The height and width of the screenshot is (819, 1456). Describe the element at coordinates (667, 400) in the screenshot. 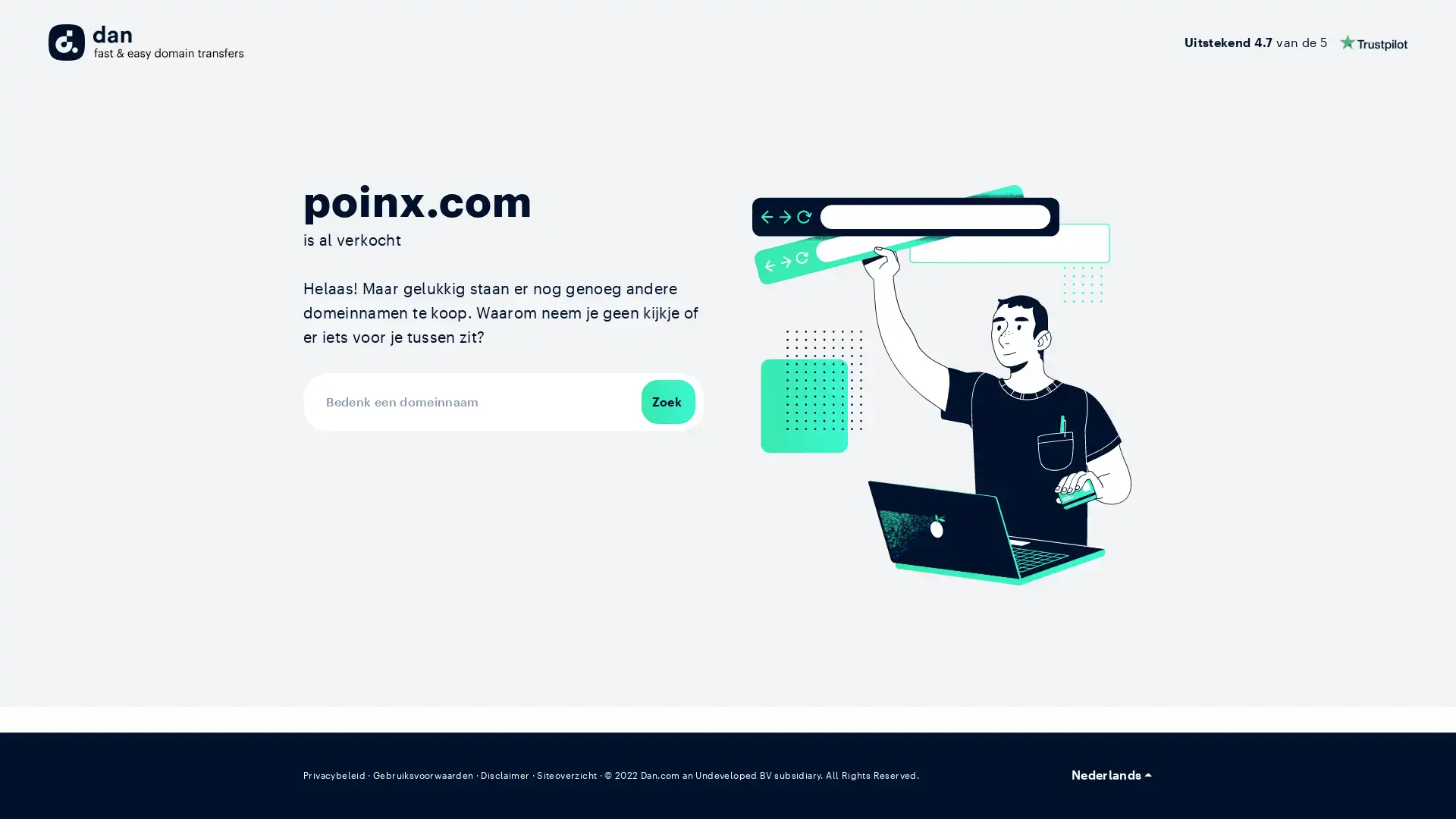

I see `Zoek` at that location.